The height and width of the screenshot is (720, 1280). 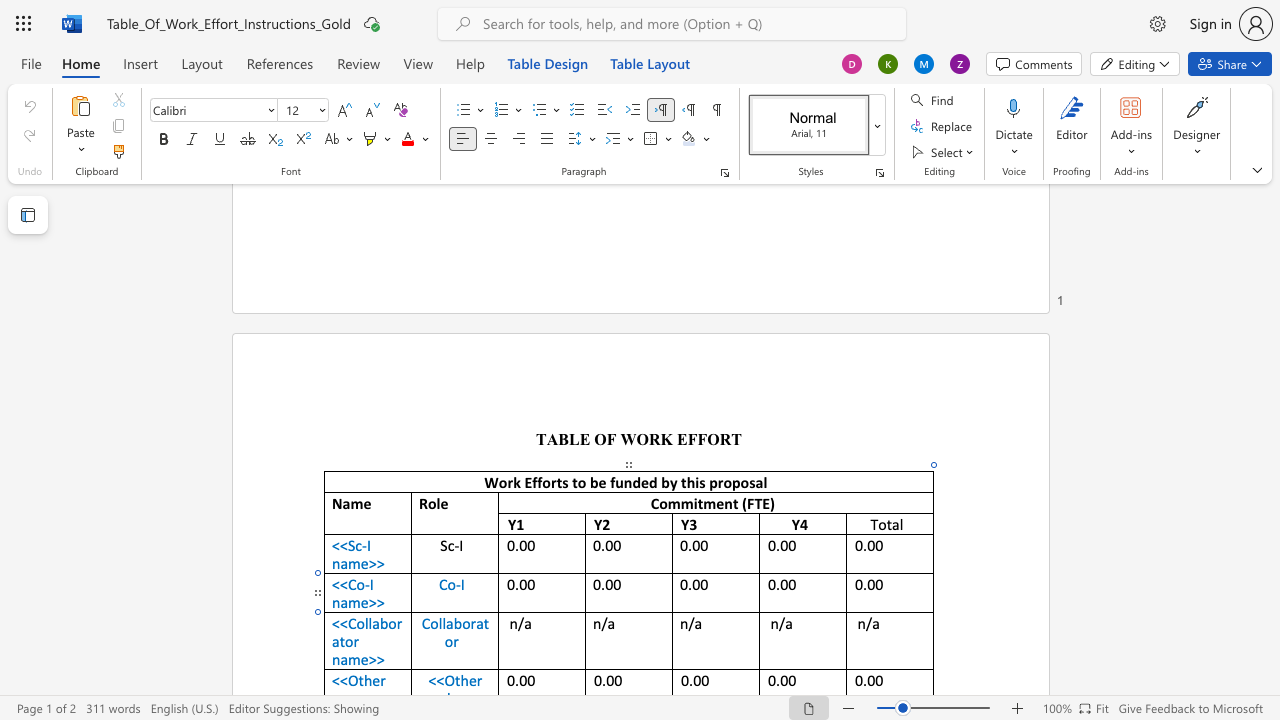 What do you see at coordinates (436, 622) in the screenshot?
I see `the space between the continuous character "o" and "l" in the text` at bounding box center [436, 622].